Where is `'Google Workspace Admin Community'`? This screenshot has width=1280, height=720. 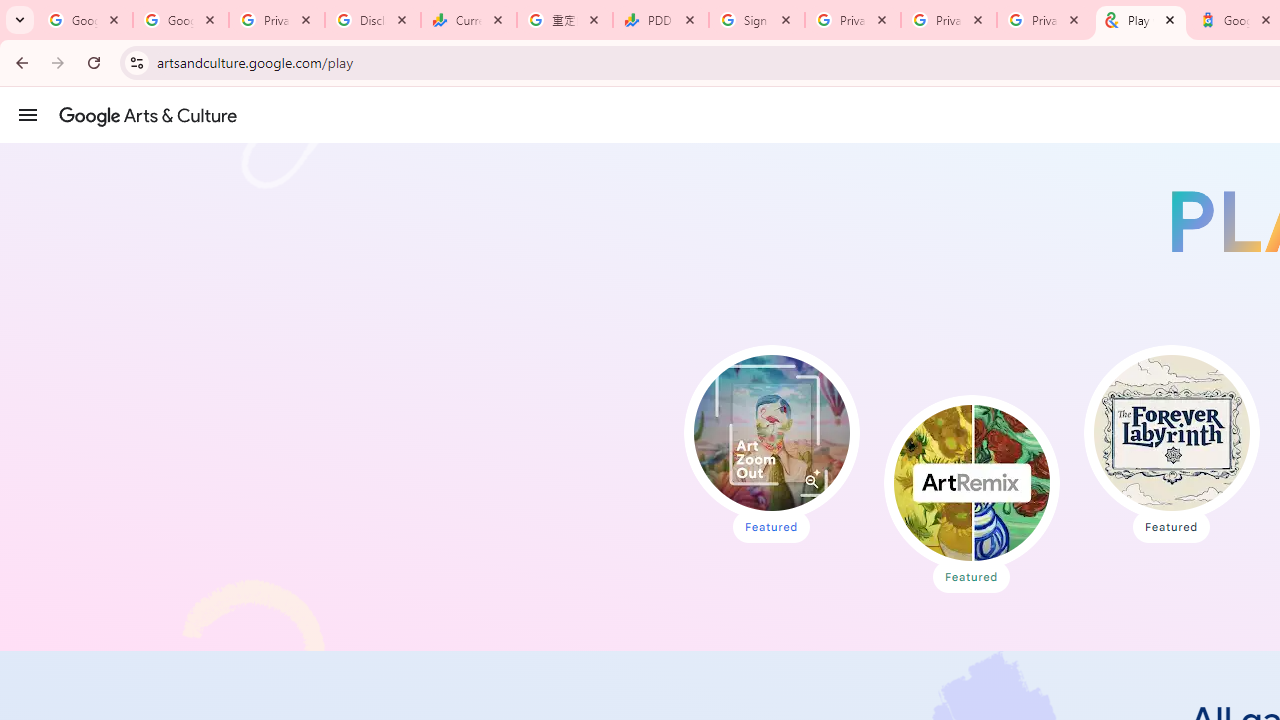
'Google Workspace Admin Community' is located at coordinates (84, 20).